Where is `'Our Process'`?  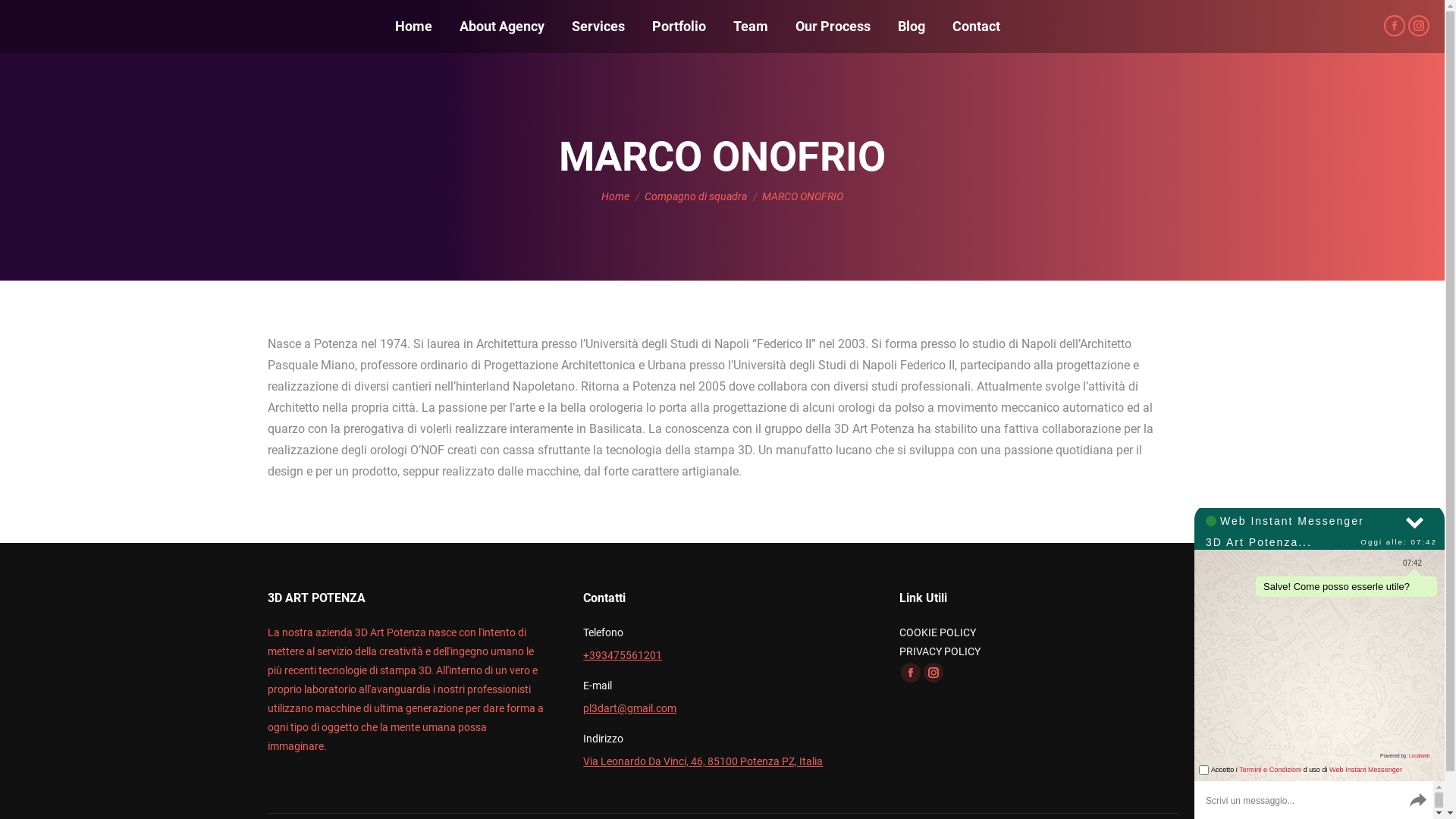 'Our Process' is located at coordinates (832, 26).